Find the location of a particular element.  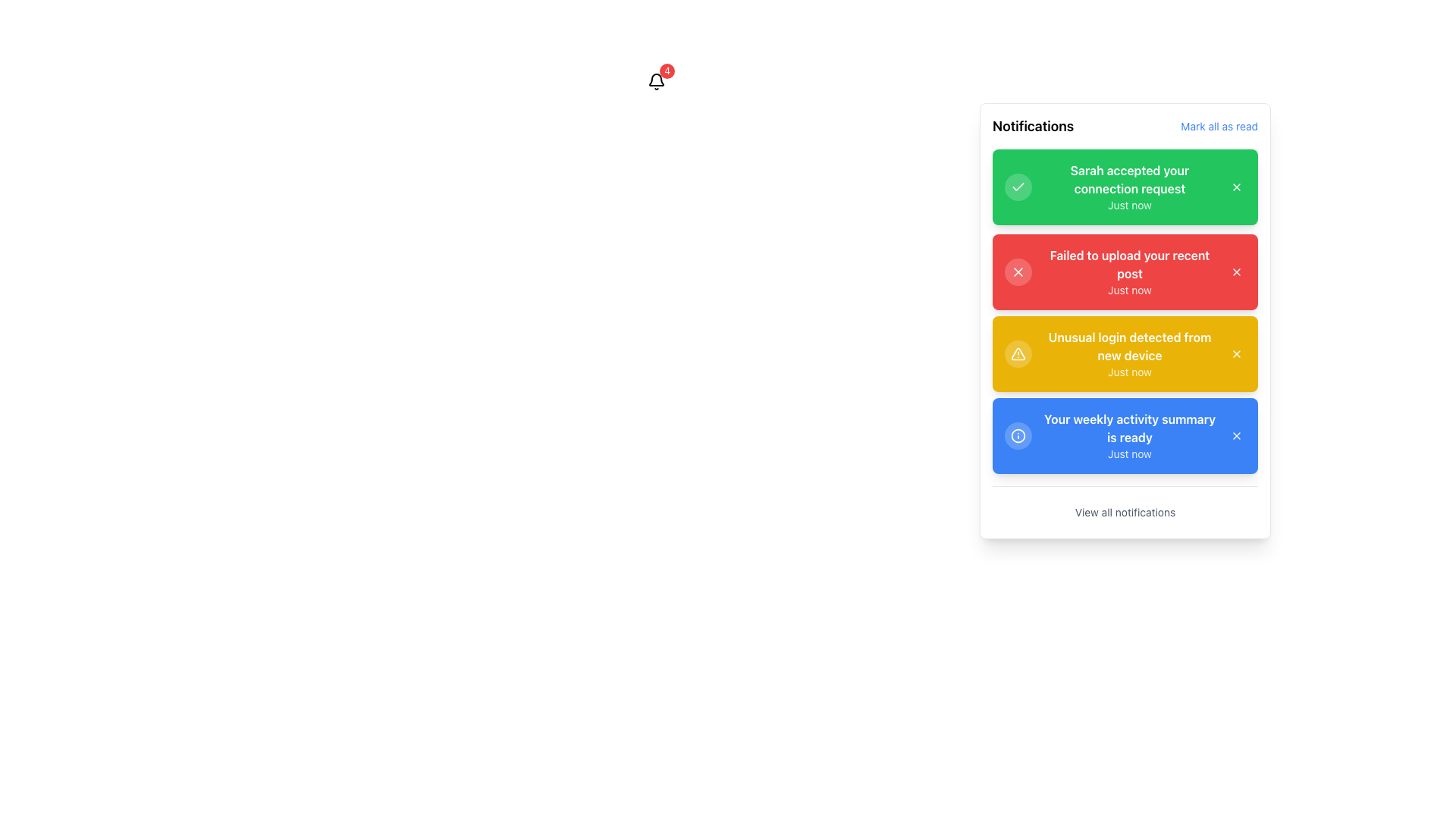

the circular icon with a light blue background and white border, located in the last blue notification row is located at coordinates (1018, 435).